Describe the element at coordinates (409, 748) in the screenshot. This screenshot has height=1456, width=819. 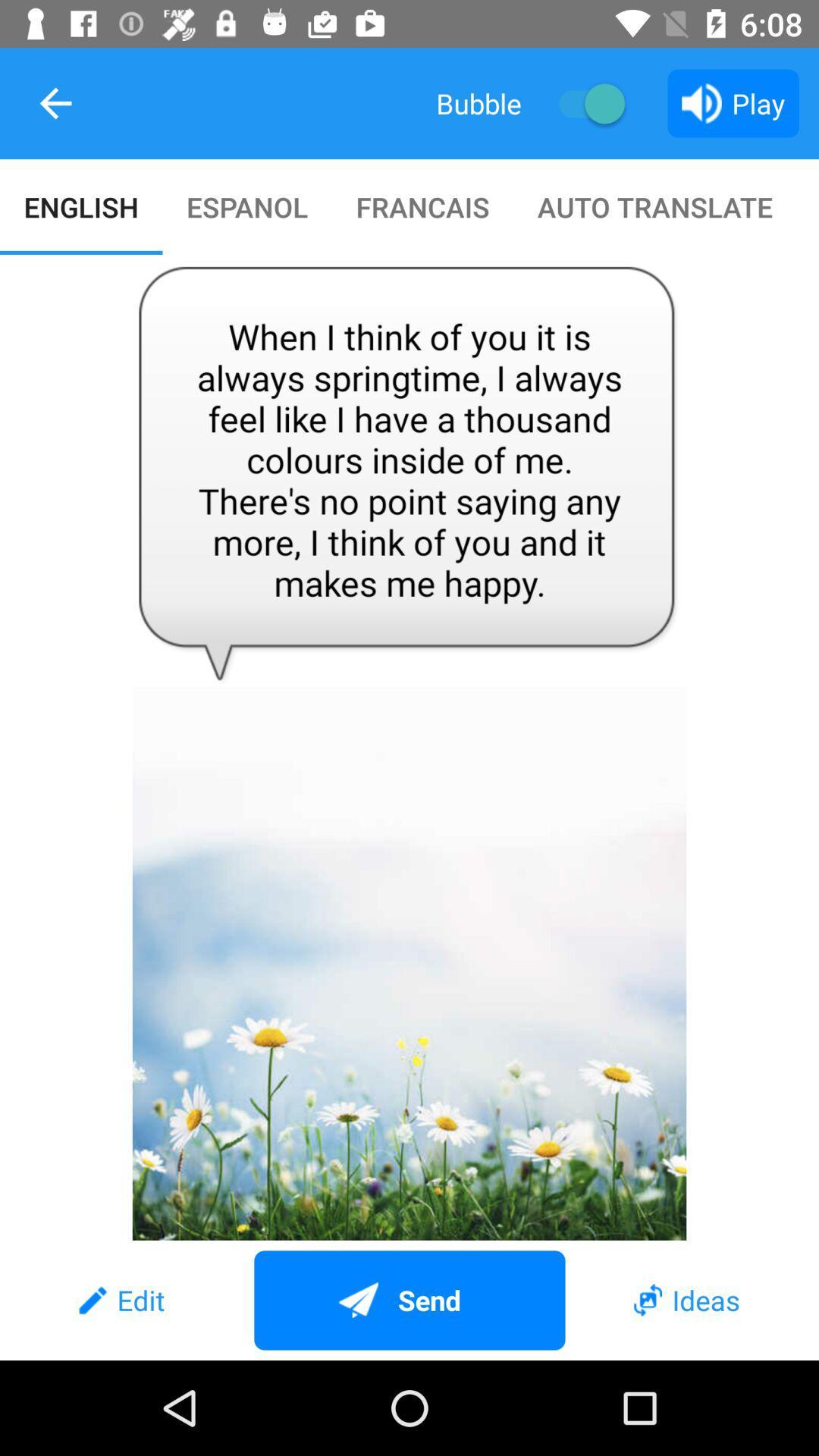
I see `item at the center` at that location.